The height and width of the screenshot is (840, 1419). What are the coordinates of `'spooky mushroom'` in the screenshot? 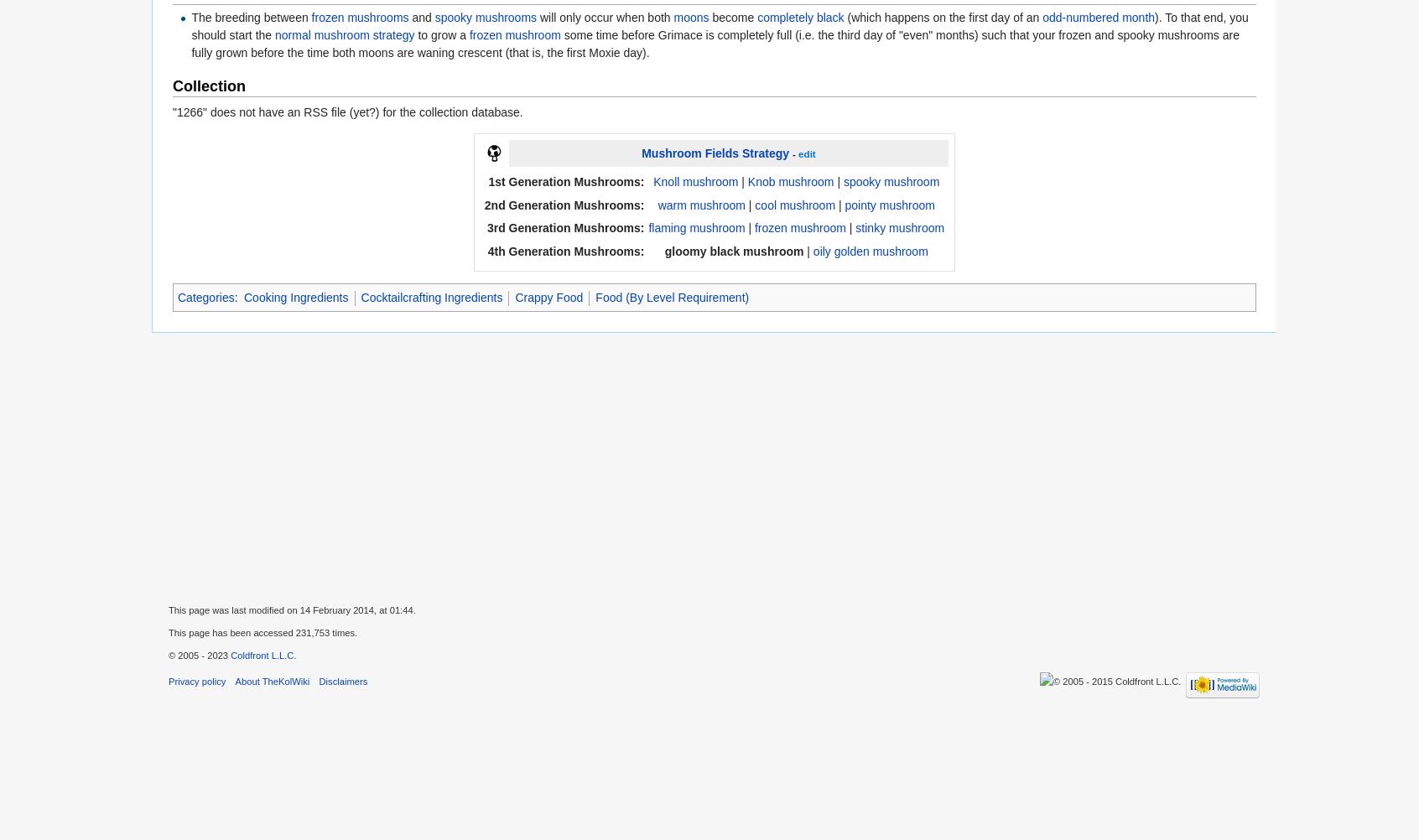 It's located at (842, 182).